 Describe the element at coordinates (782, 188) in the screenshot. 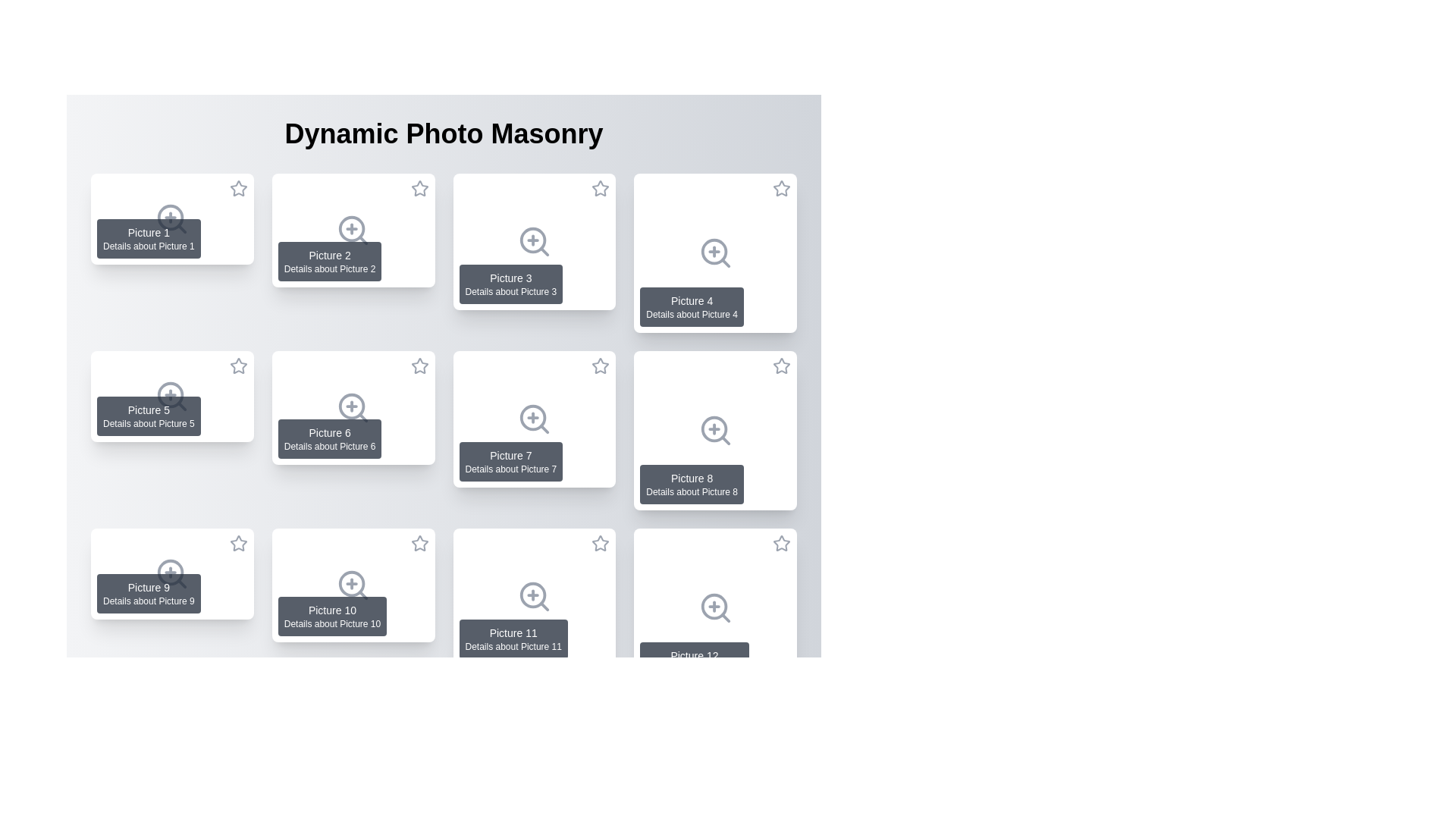

I see `the hollow star icon in the top-right corner of the fourth tile labeled 'Picture 4'` at that location.